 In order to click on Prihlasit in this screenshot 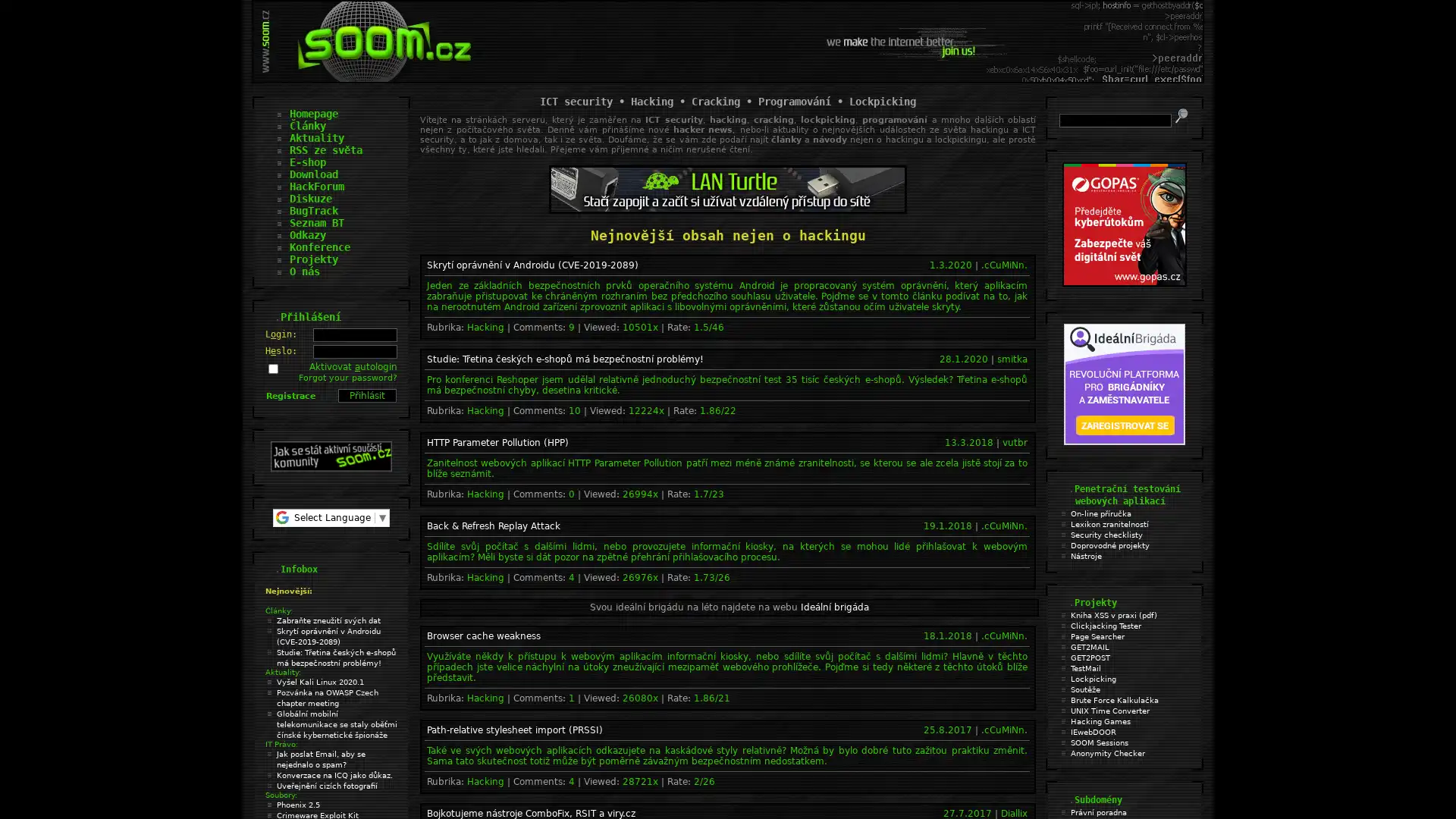, I will do `click(367, 394)`.